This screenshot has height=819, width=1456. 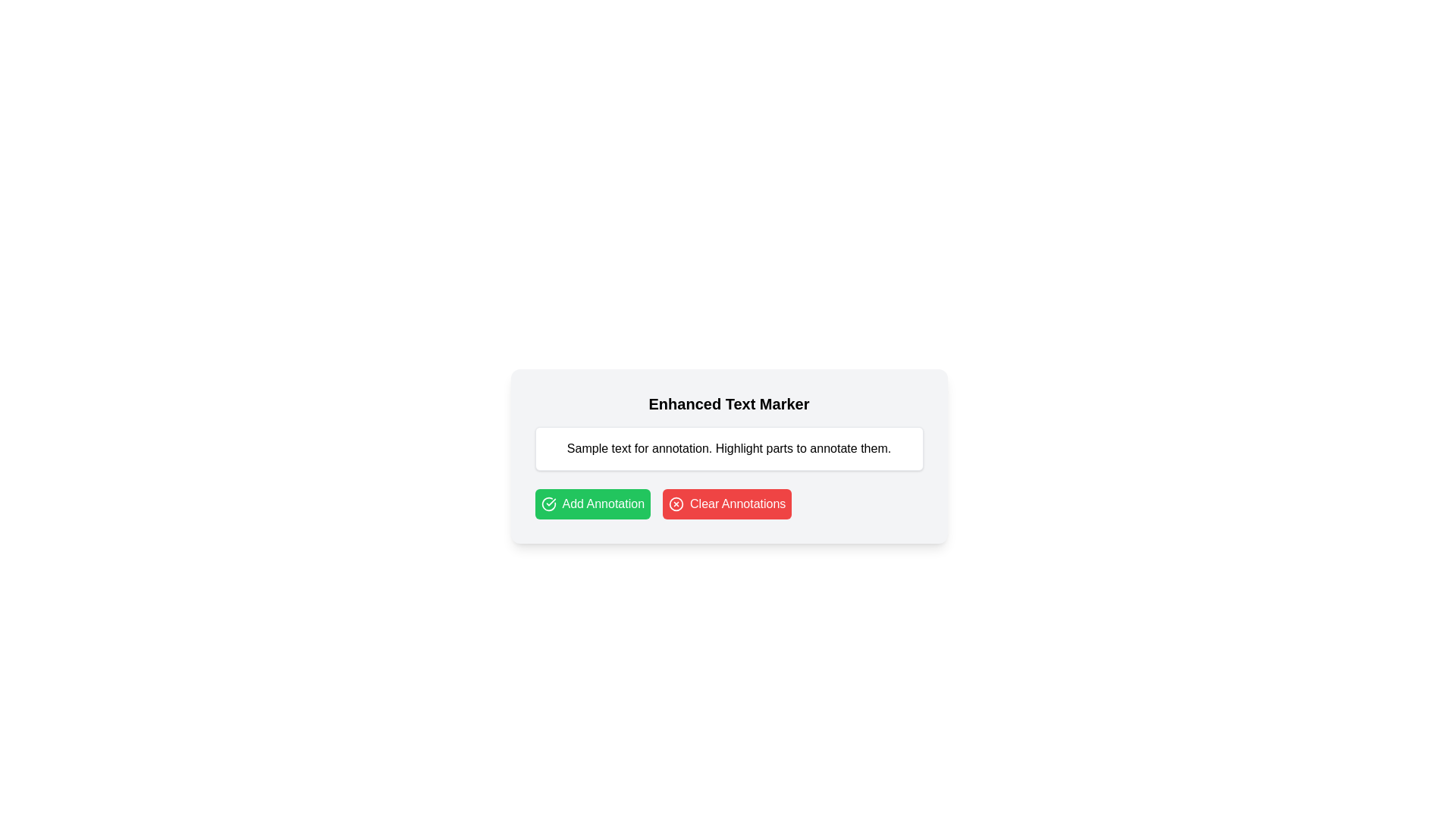 What do you see at coordinates (662, 447) in the screenshot?
I see `the letter 'n' in the word 'annotation' displayed in the white text box beneath the header 'Enhanced Text Marker'` at bounding box center [662, 447].